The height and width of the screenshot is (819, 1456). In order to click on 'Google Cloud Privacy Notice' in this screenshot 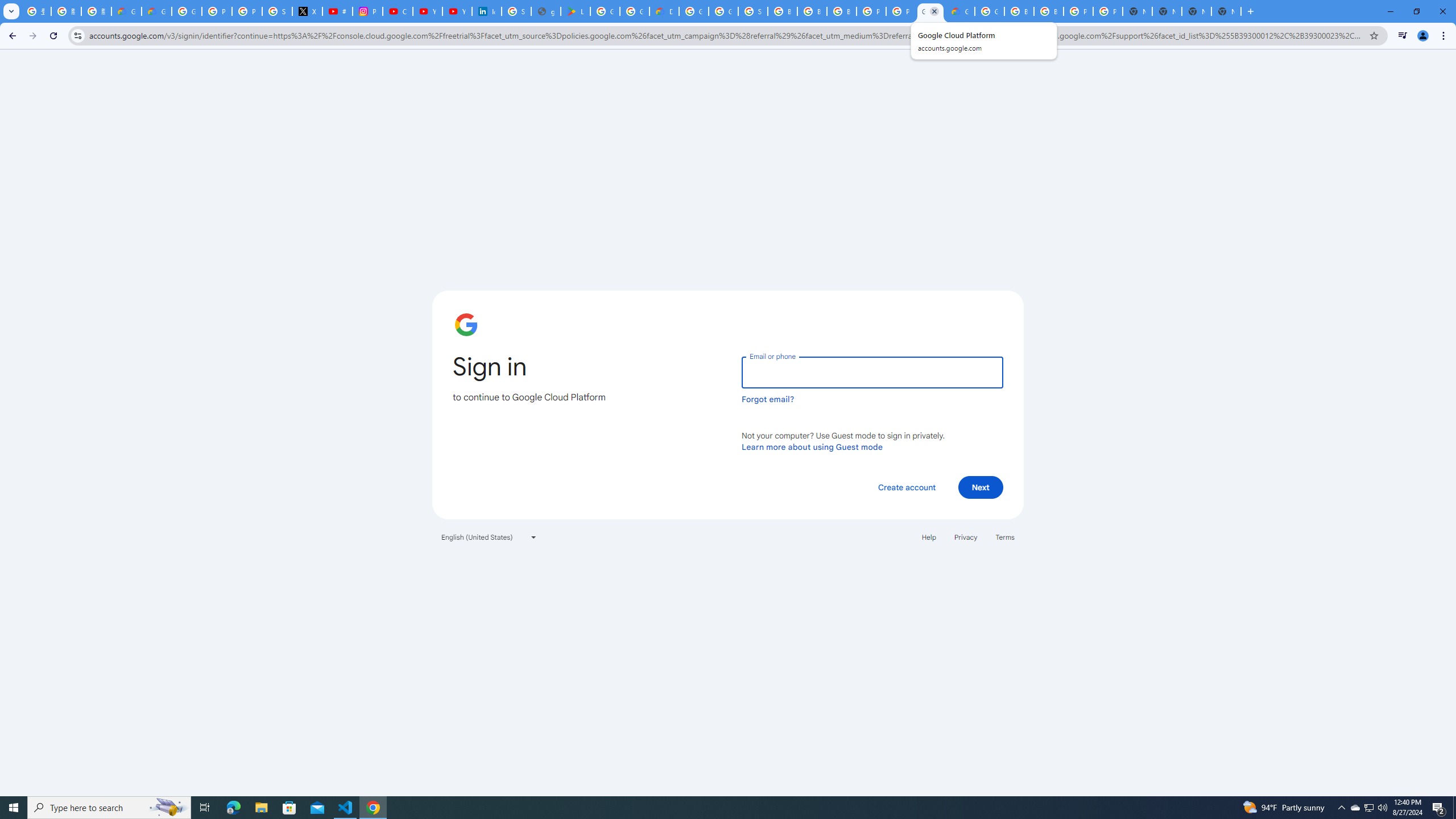, I will do `click(126, 11)`.